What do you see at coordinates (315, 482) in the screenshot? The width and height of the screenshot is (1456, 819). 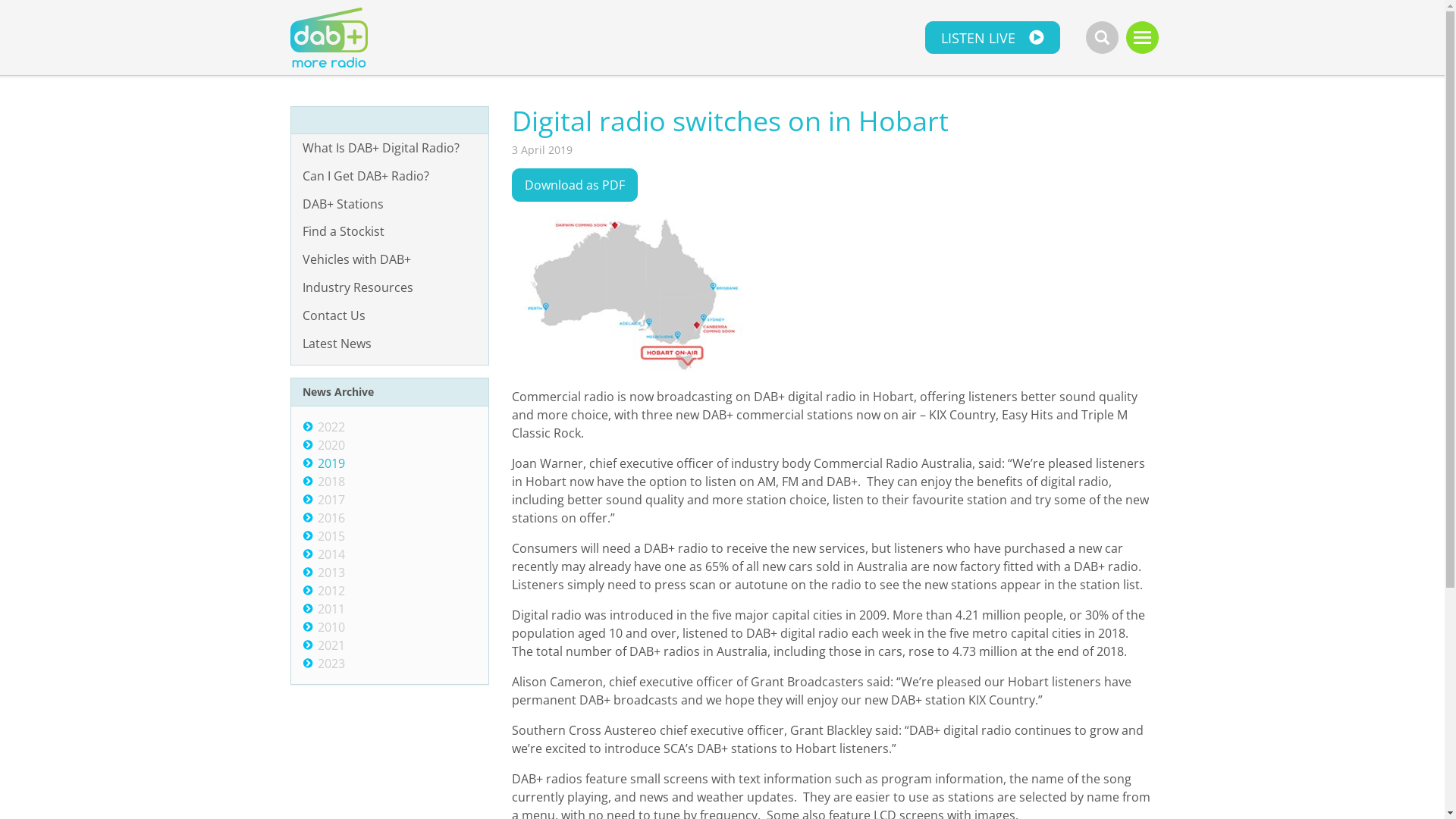 I see `'2018'` at bounding box center [315, 482].